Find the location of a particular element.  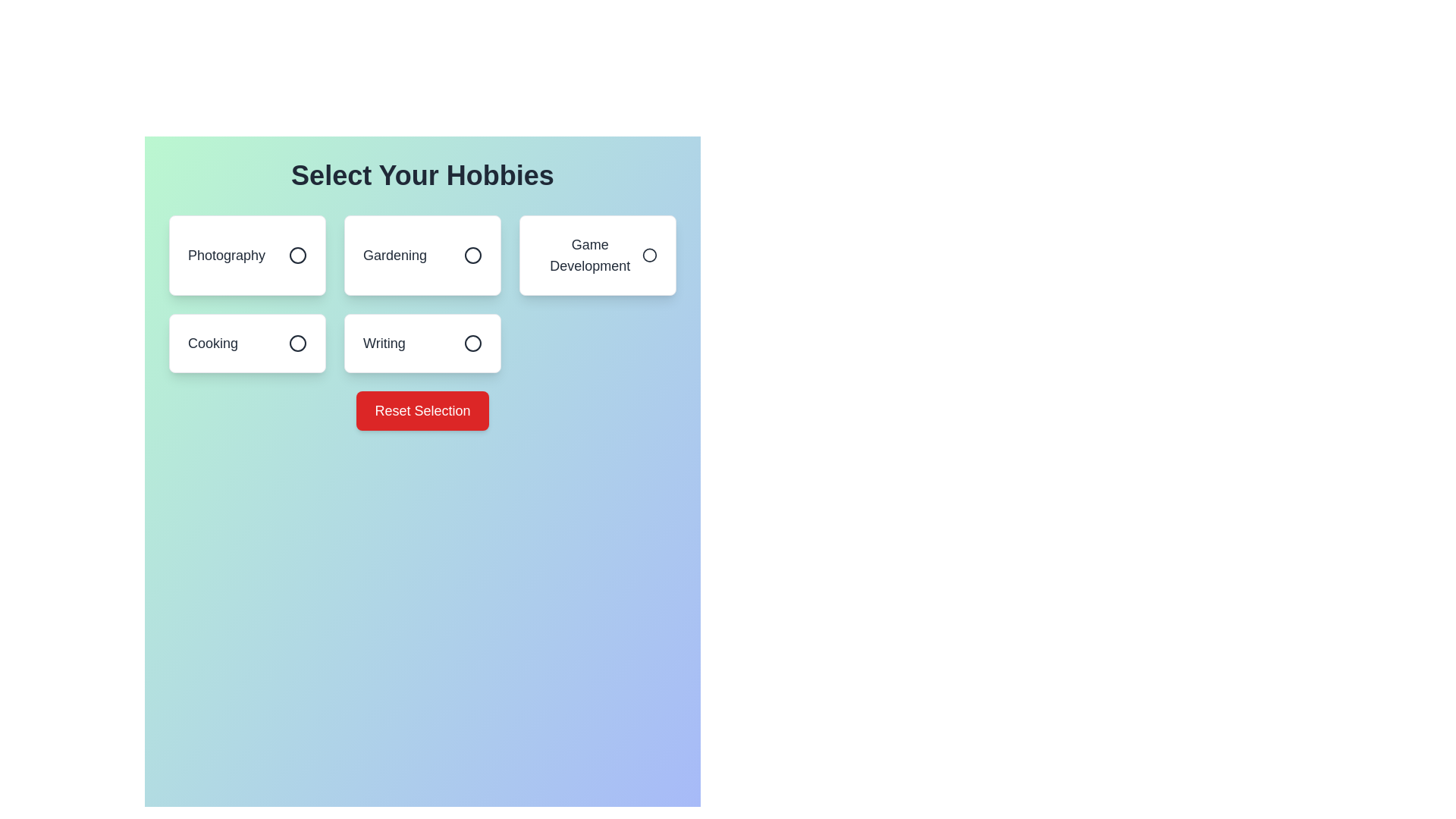

the hobby item Gardening is located at coordinates (422, 254).